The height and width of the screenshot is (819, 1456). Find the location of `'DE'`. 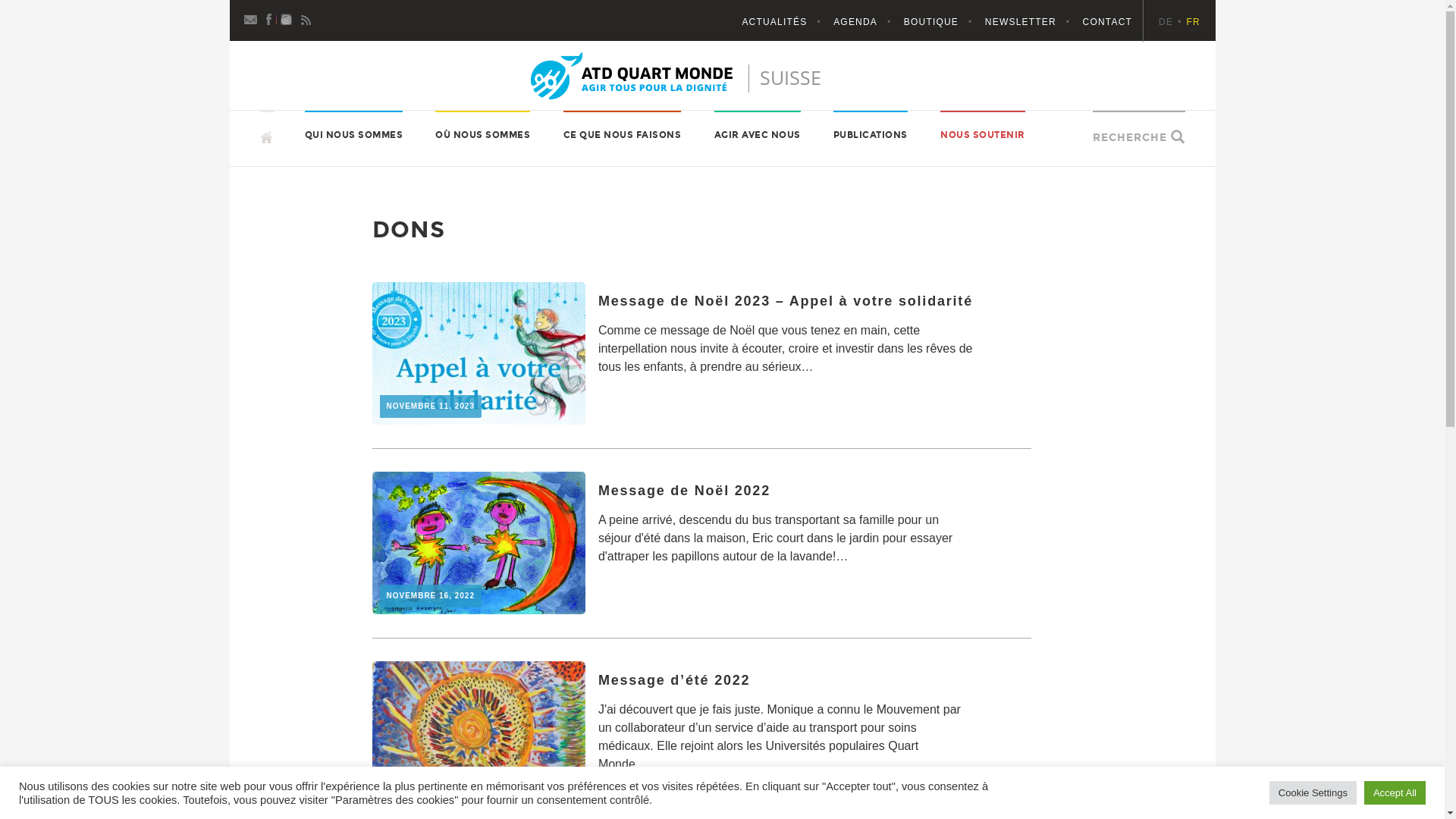

'DE' is located at coordinates (1171, 22).